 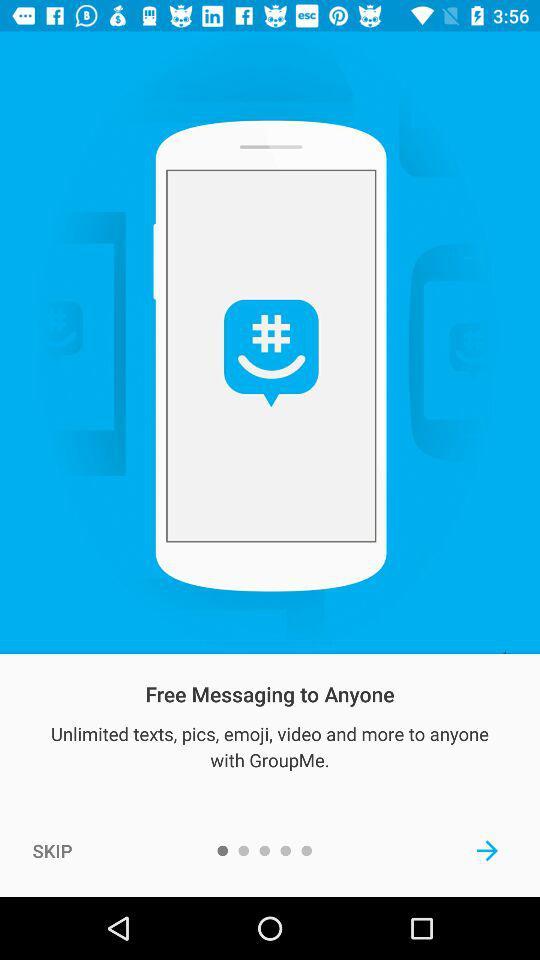 What do you see at coordinates (486, 849) in the screenshot?
I see `icon next to skip icon` at bounding box center [486, 849].